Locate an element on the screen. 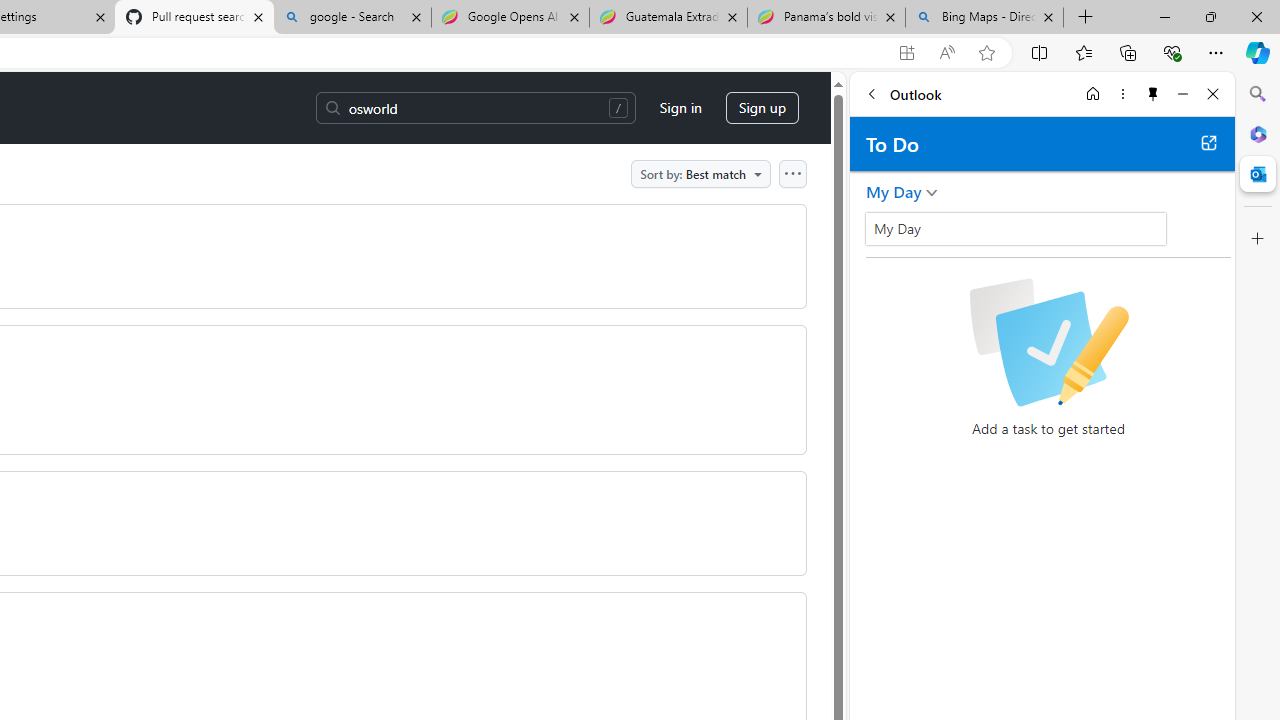 This screenshot has height=720, width=1280. 'google - Search' is located at coordinates (352, 17).